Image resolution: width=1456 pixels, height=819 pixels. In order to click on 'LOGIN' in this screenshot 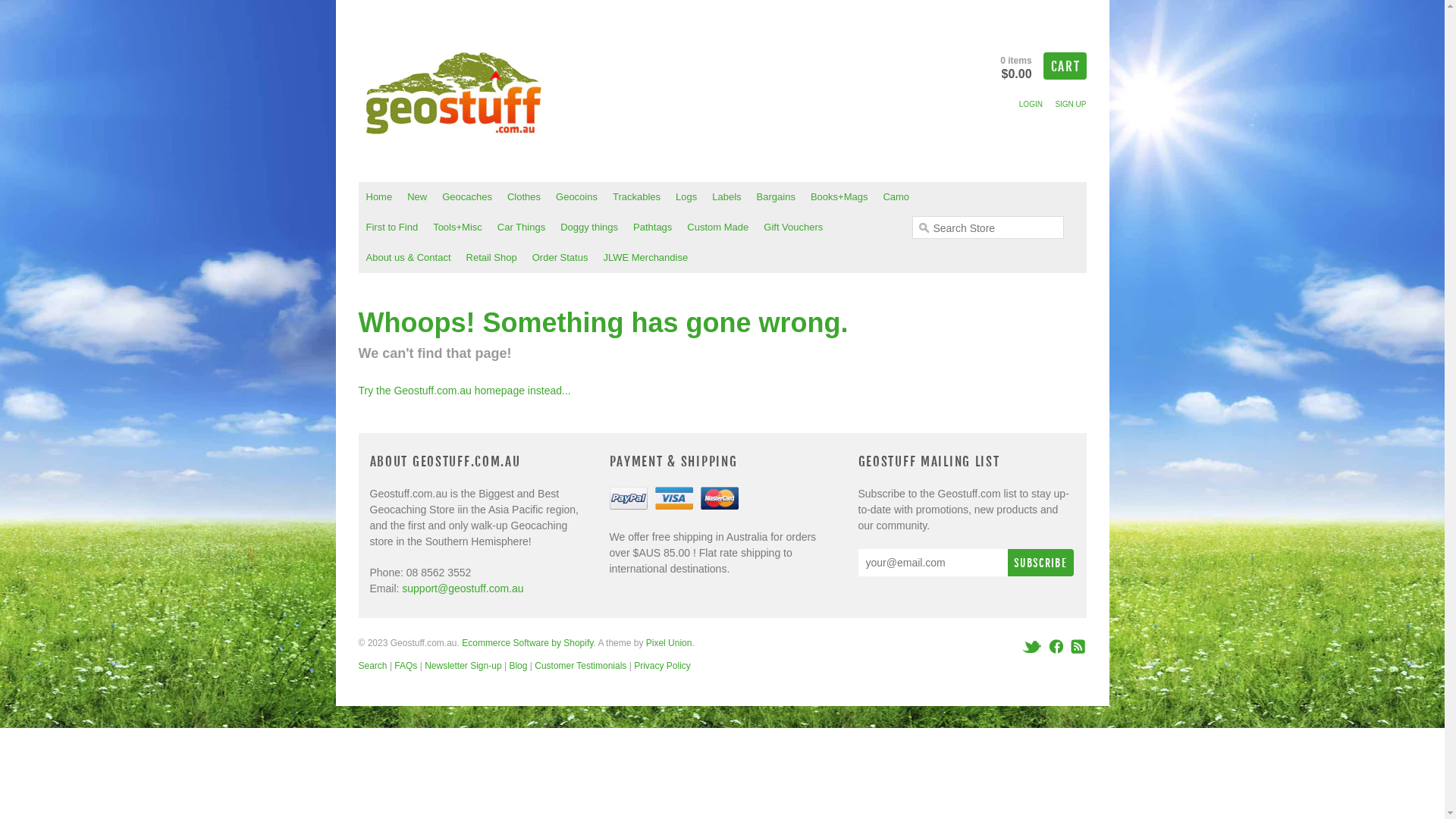, I will do `click(1031, 103)`.